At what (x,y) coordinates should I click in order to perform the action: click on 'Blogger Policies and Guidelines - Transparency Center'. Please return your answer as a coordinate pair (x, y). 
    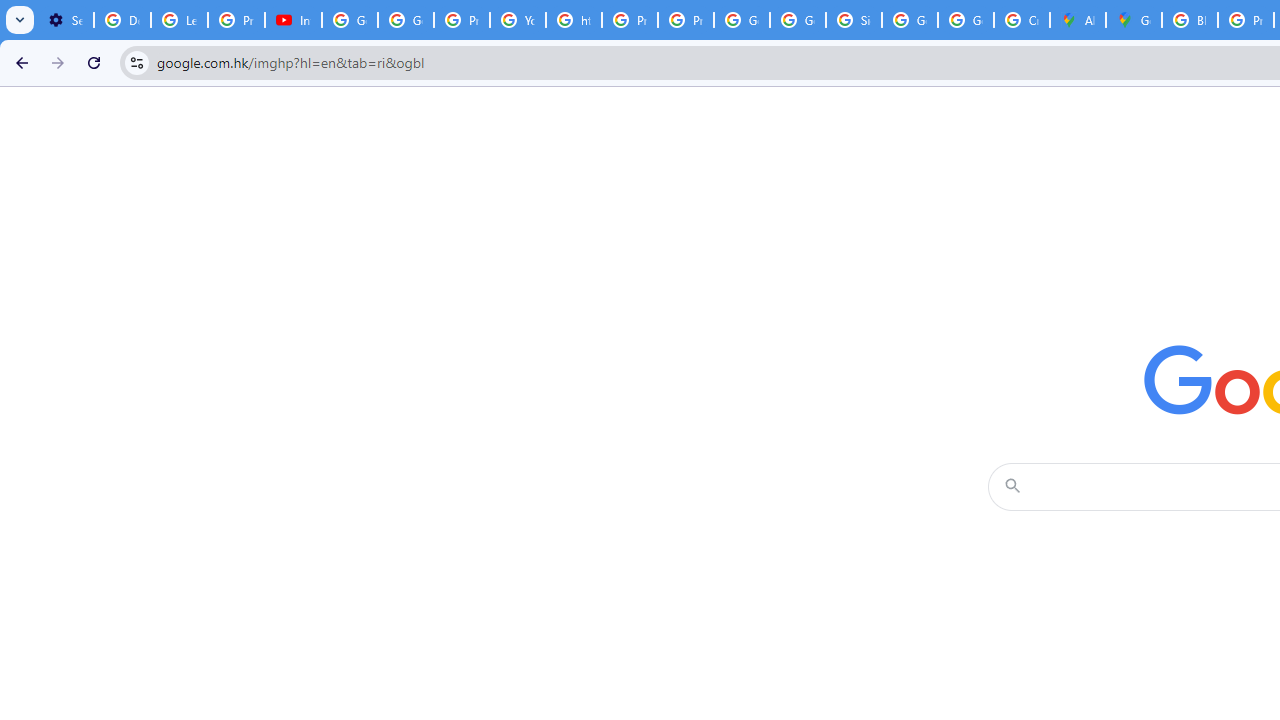
    Looking at the image, I should click on (1190, 20).